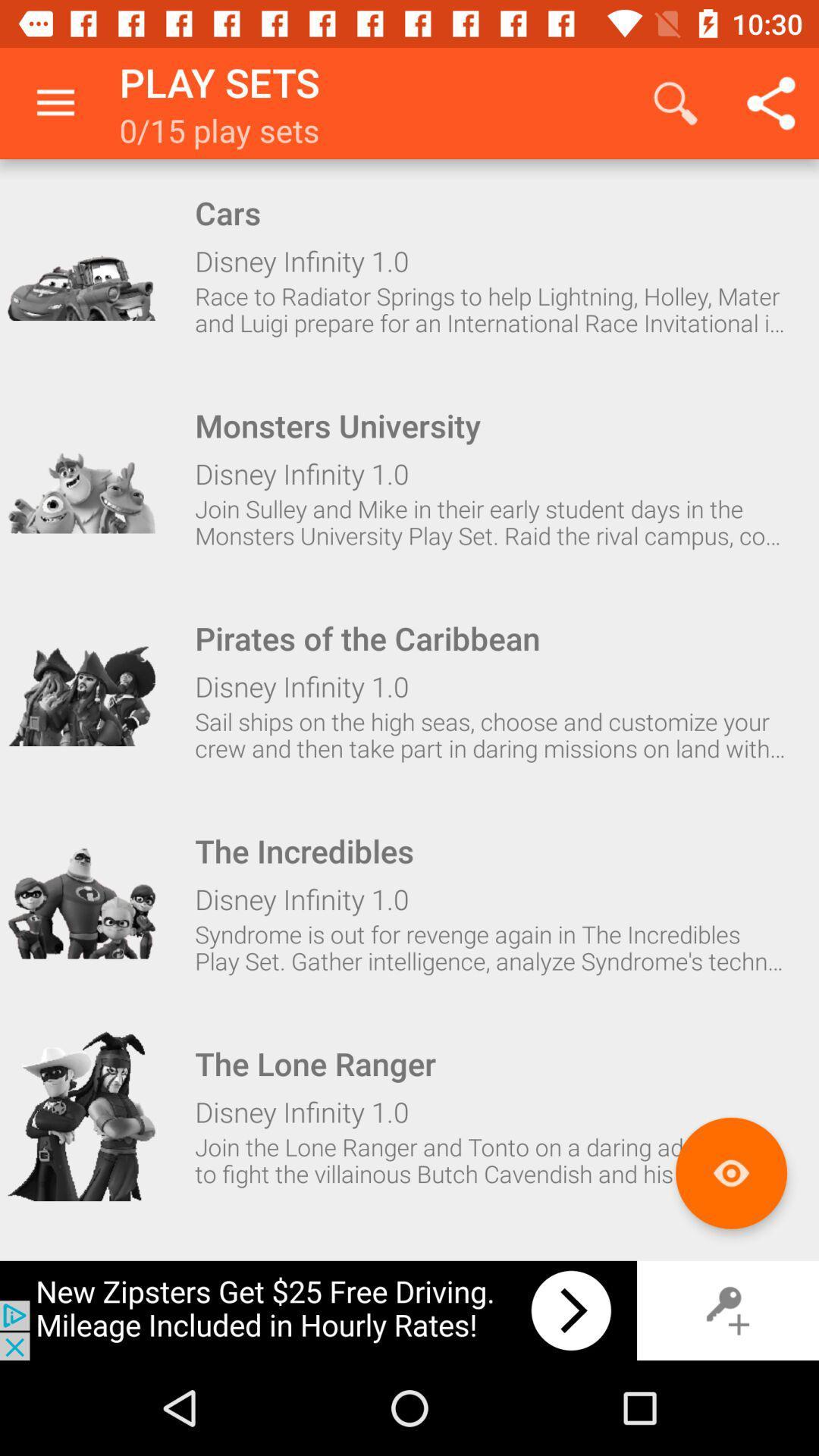  What do you see at coordinates (81, 690) in the screenshot?
I see `choose this` at bounding box center [81, 690].